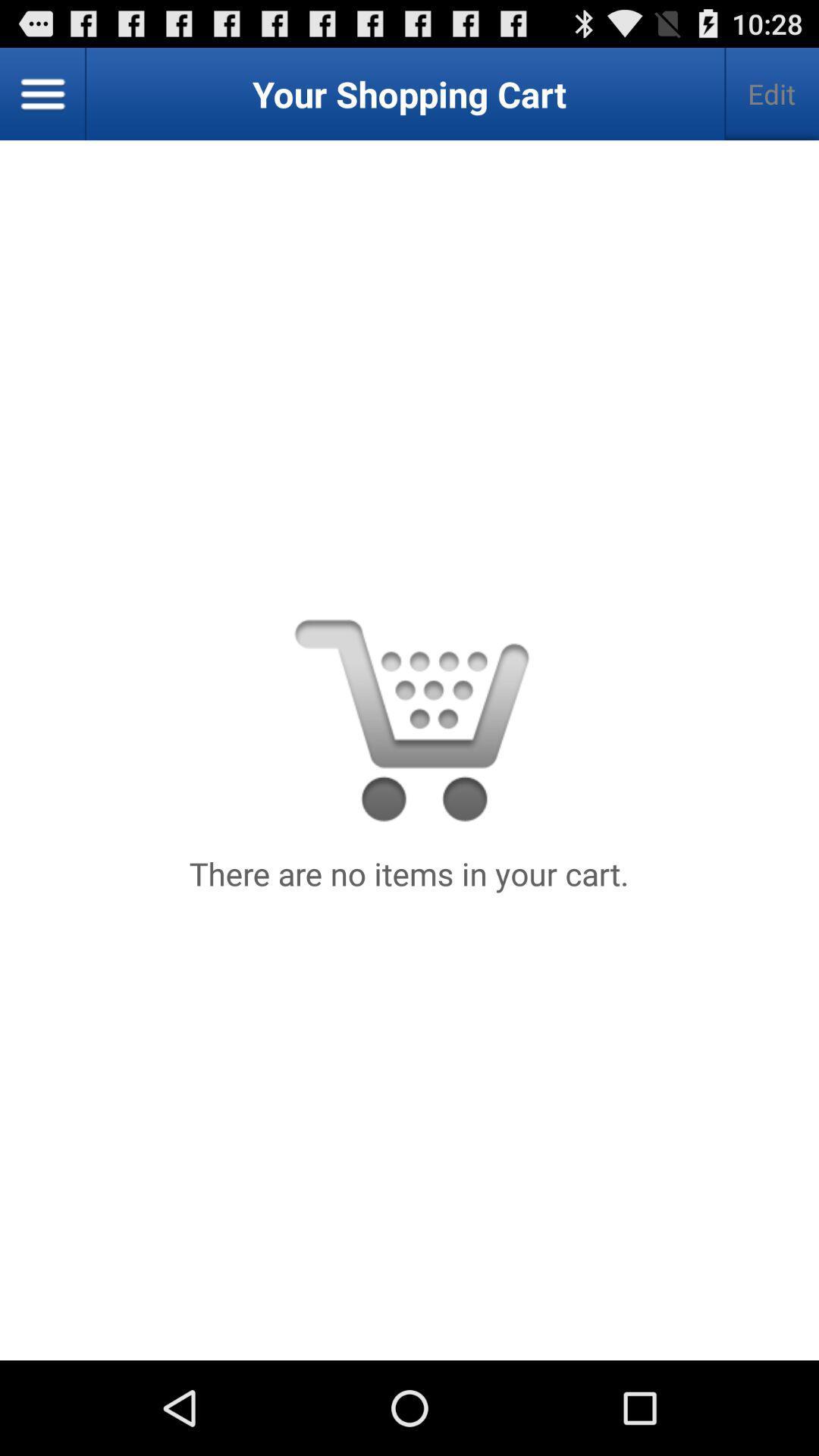 The height and width of the screenshot is (1456, 819). I want to click on edit, so click(771, 93).